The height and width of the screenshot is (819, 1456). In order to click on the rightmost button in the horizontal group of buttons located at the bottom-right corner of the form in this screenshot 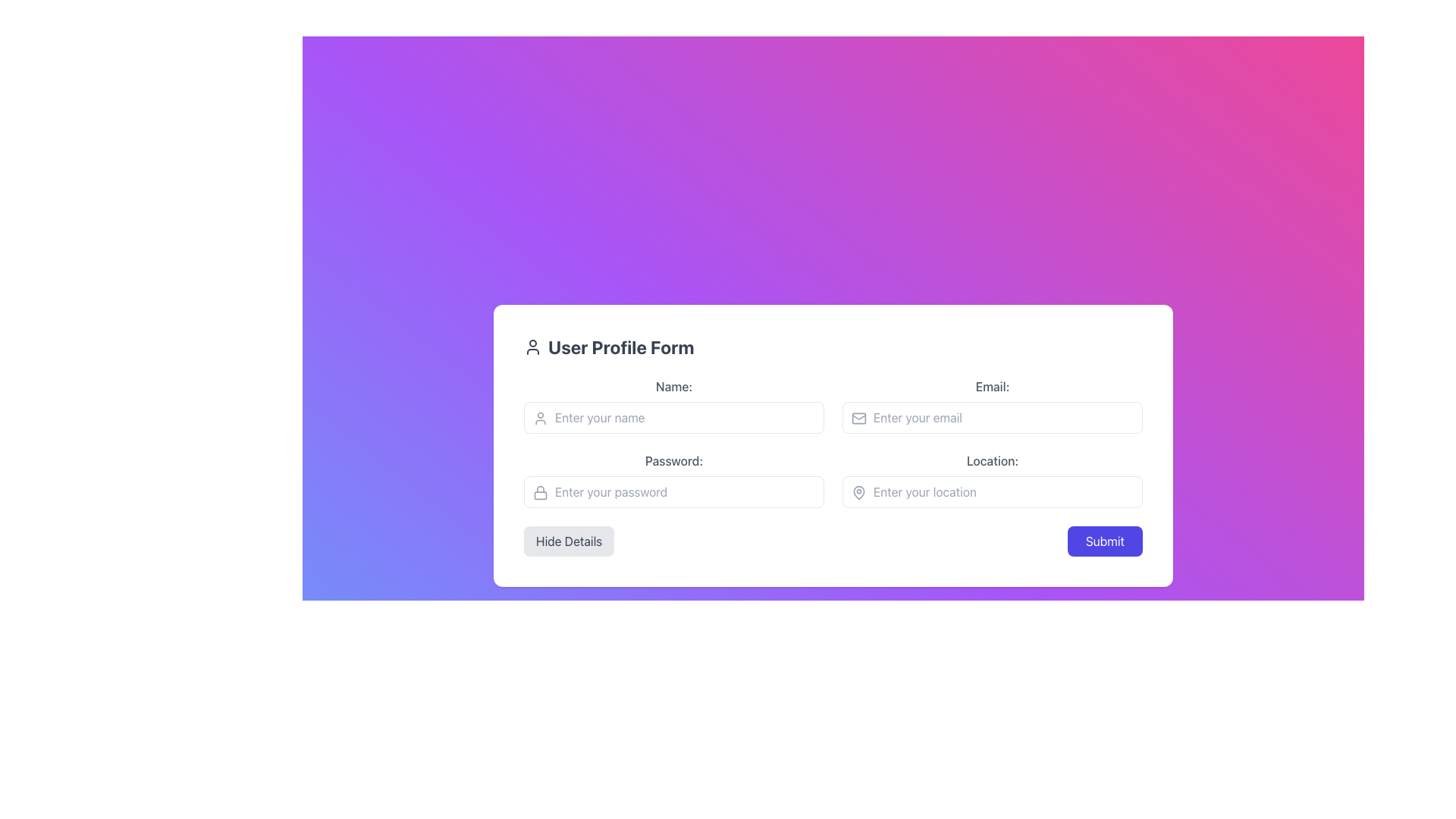, I will do `click(1105, 540)`.